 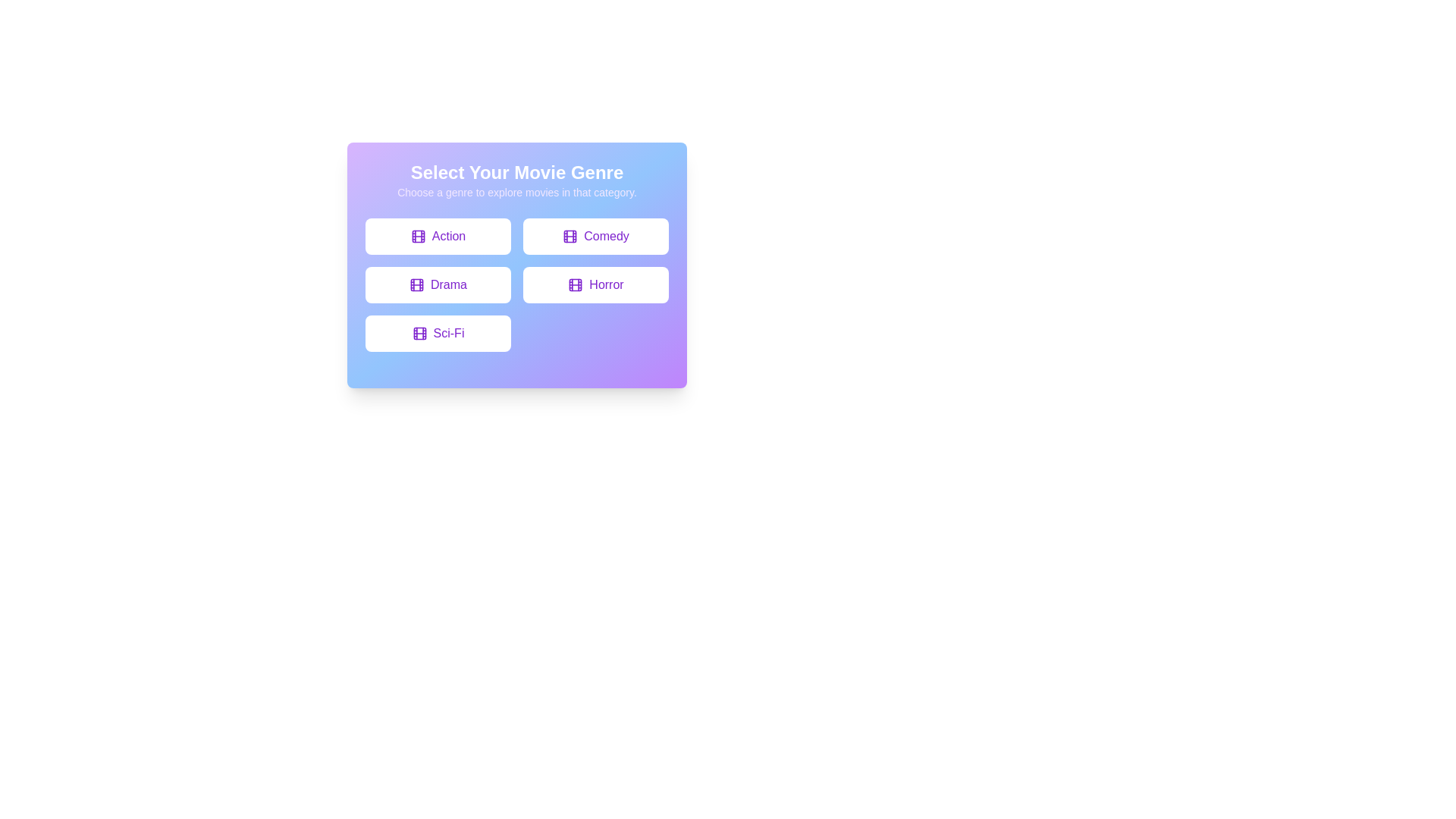 I want to click on the button corresponding to the genre Horror, so click(x=595, y=284).